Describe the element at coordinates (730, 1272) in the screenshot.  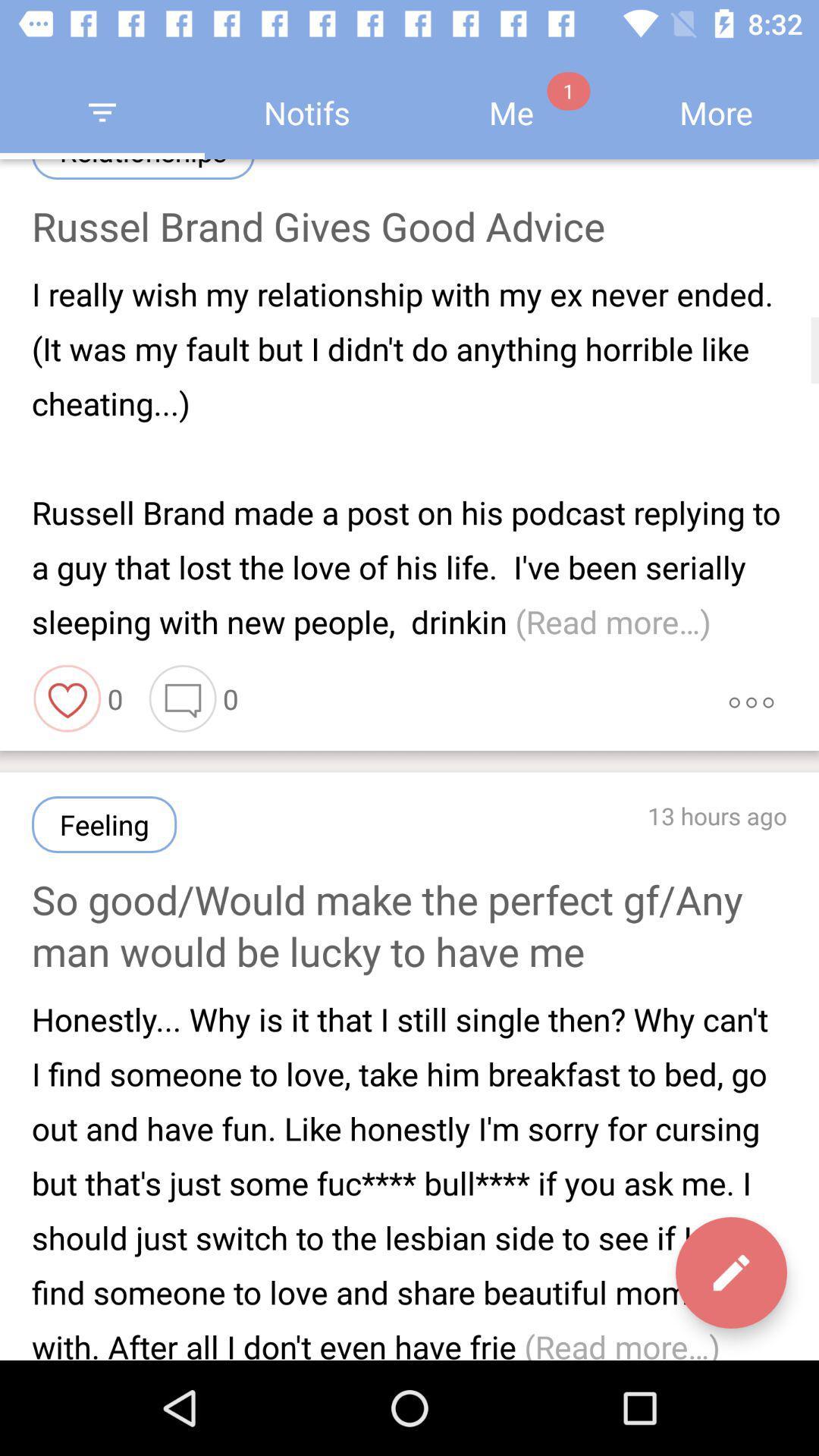
I see `the edit icon` at that location.